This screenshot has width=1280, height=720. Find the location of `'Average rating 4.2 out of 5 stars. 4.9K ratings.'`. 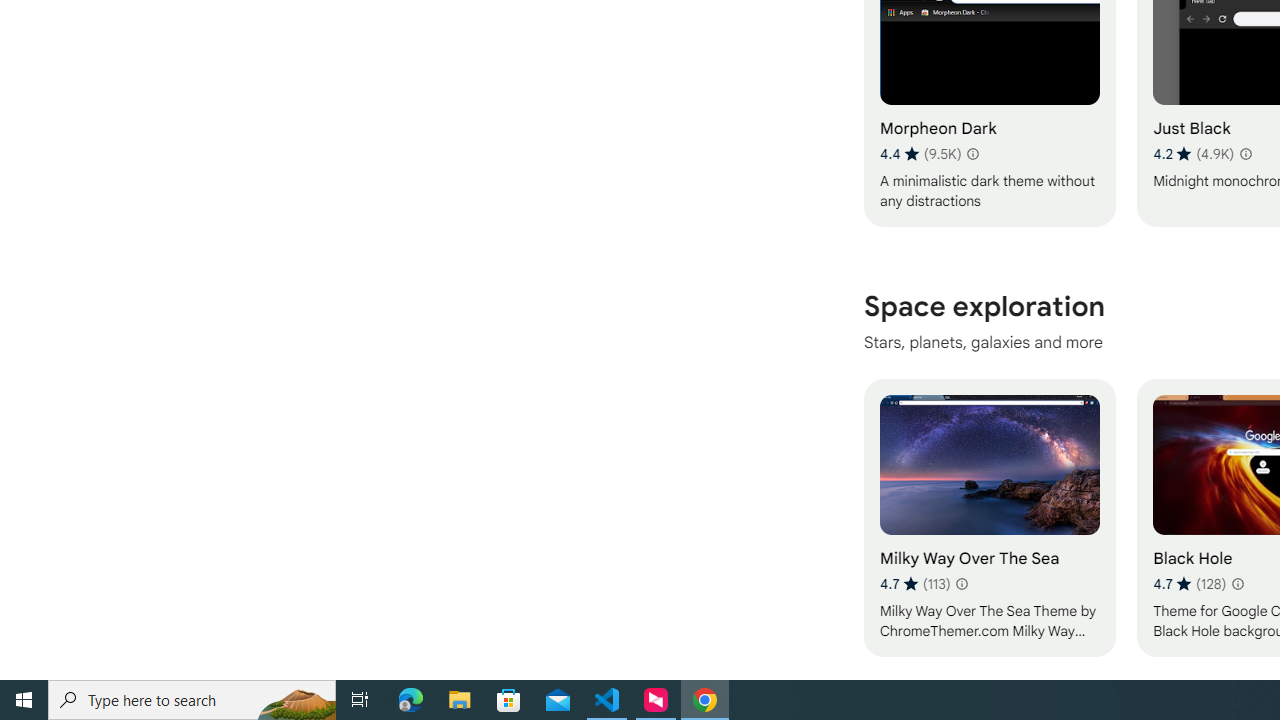

'Average rating 4.2 out of 5 stars. 4.9K ratings.' is located at coordinates (1192, 153).